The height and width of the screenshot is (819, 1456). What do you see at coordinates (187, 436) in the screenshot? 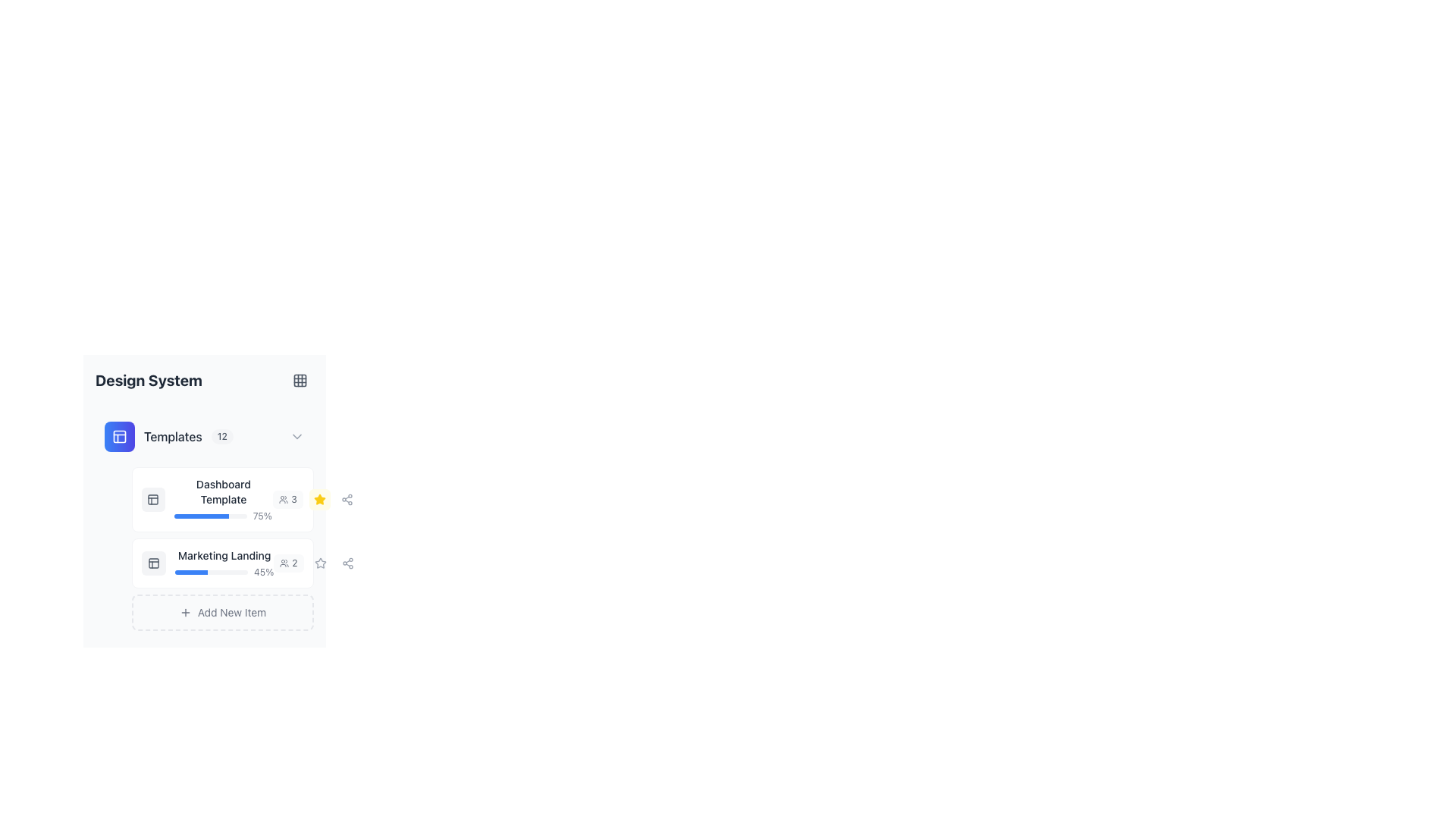
I see `the 'Templates' informational element with an embedded badge, which displays the word 'Templates' in gray and the number '12' in a rounded background, located under a blue folder icon in the 'Design System' menu` at bounding box center [187, 436].